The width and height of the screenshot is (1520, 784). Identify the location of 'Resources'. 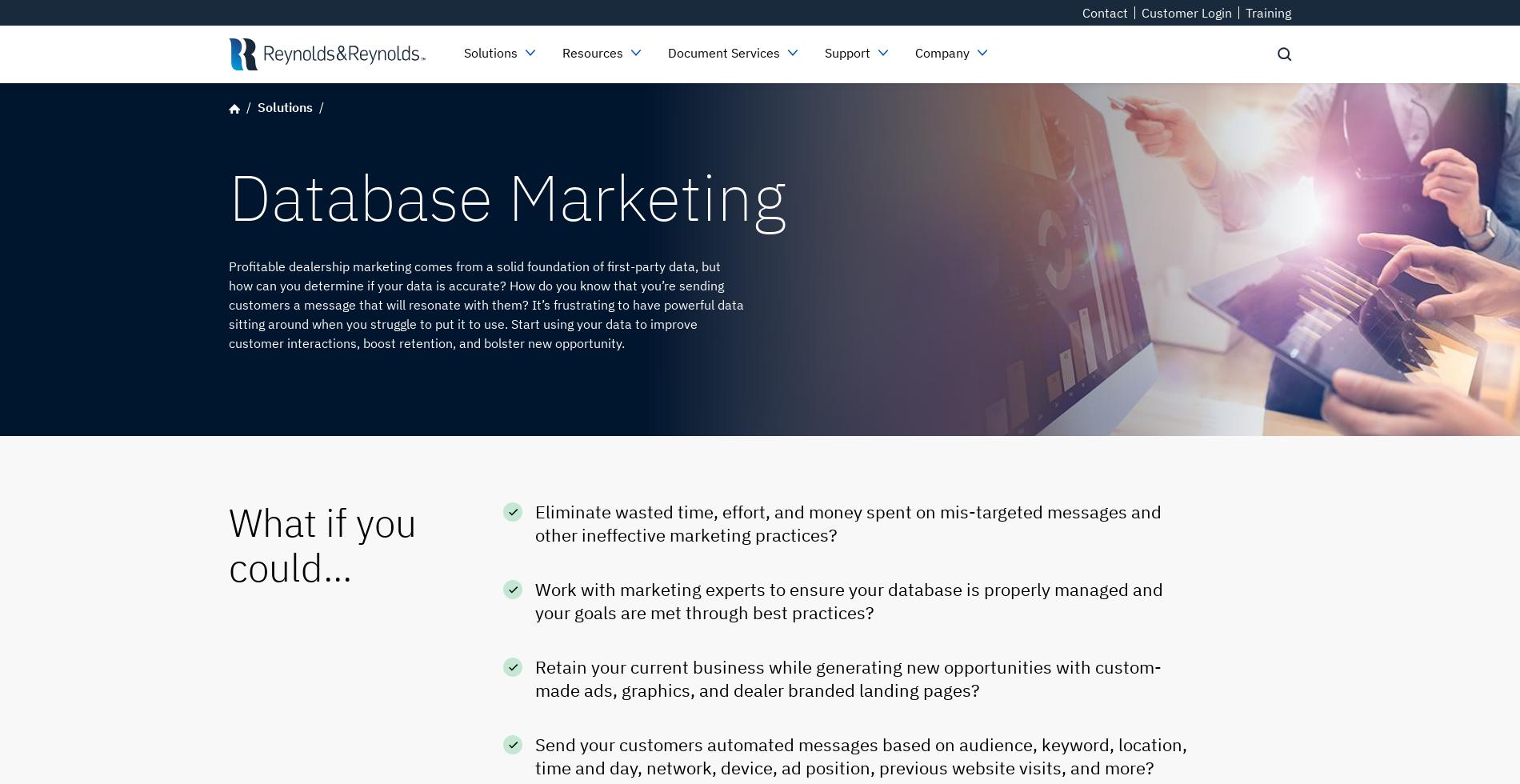
(591, 52).